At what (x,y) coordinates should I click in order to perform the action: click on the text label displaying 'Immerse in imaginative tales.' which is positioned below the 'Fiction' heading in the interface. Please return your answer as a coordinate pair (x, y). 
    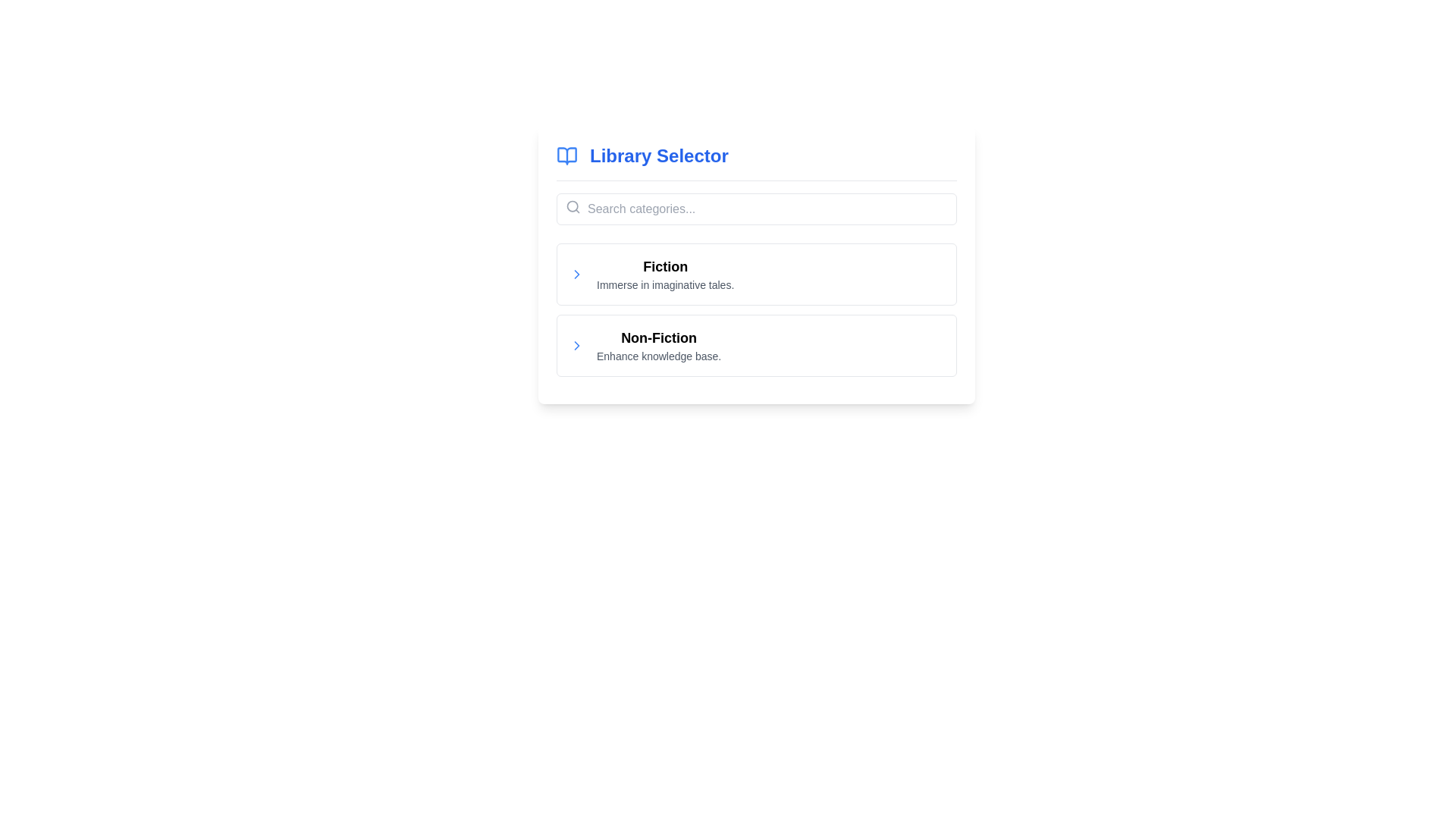
    Looking at the image, I should click on (665, 284).